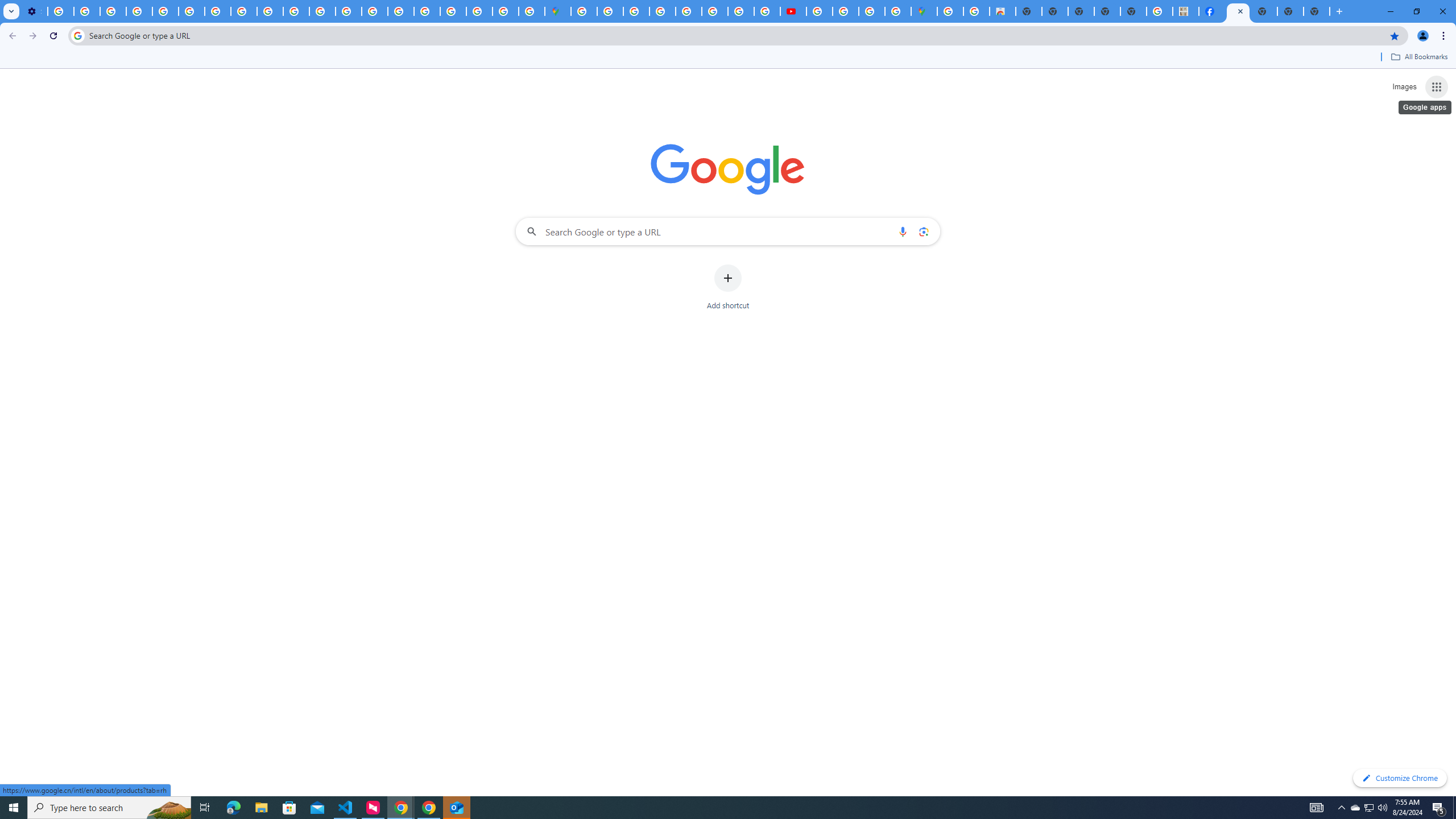 This screenshot has height=819, width=1456. I want to click on 'Subscriptions - YouTube', so click(792, 11).